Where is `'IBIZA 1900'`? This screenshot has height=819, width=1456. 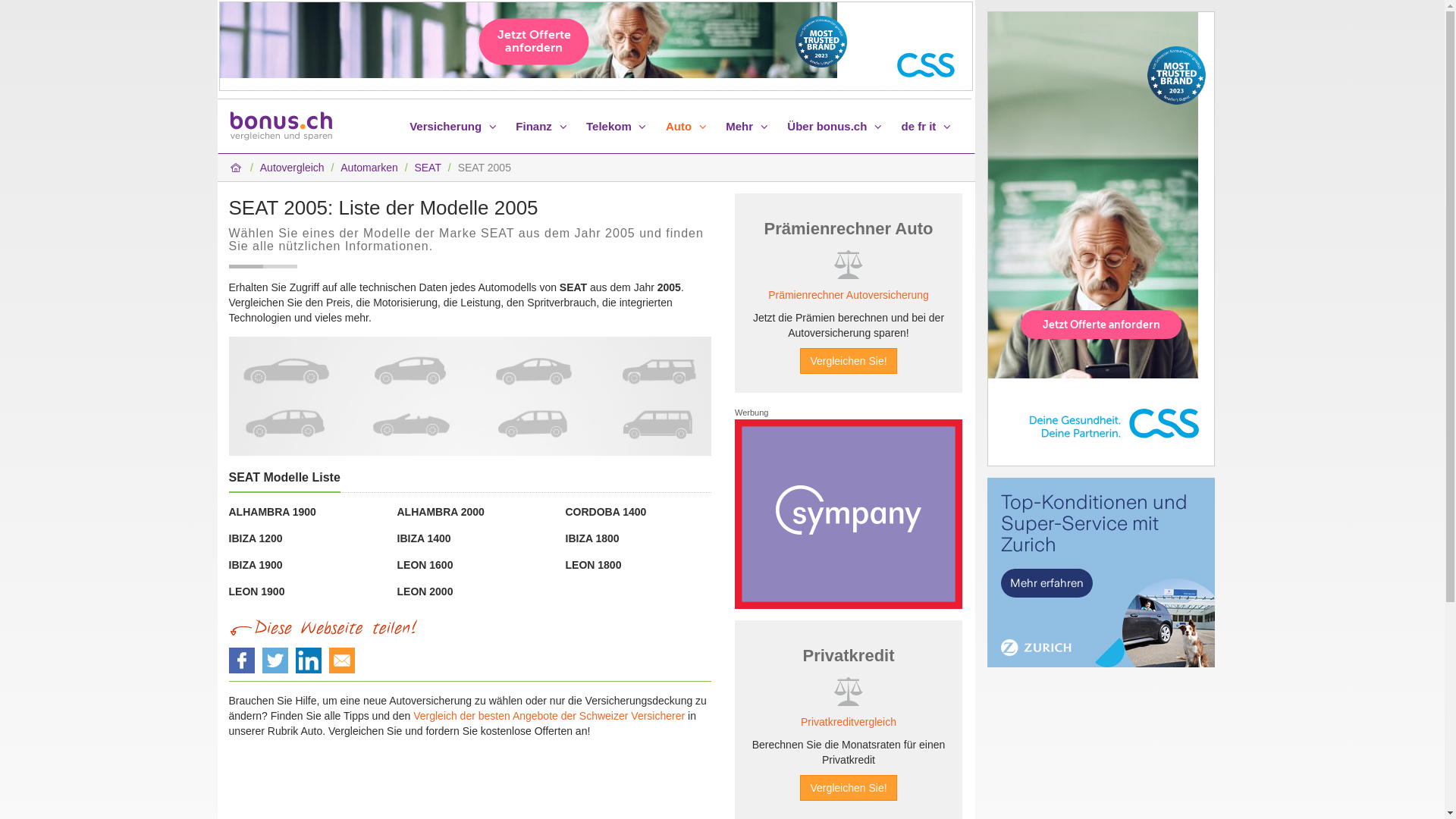
'IBIZA 1900' is located at coordinates (256, 564).